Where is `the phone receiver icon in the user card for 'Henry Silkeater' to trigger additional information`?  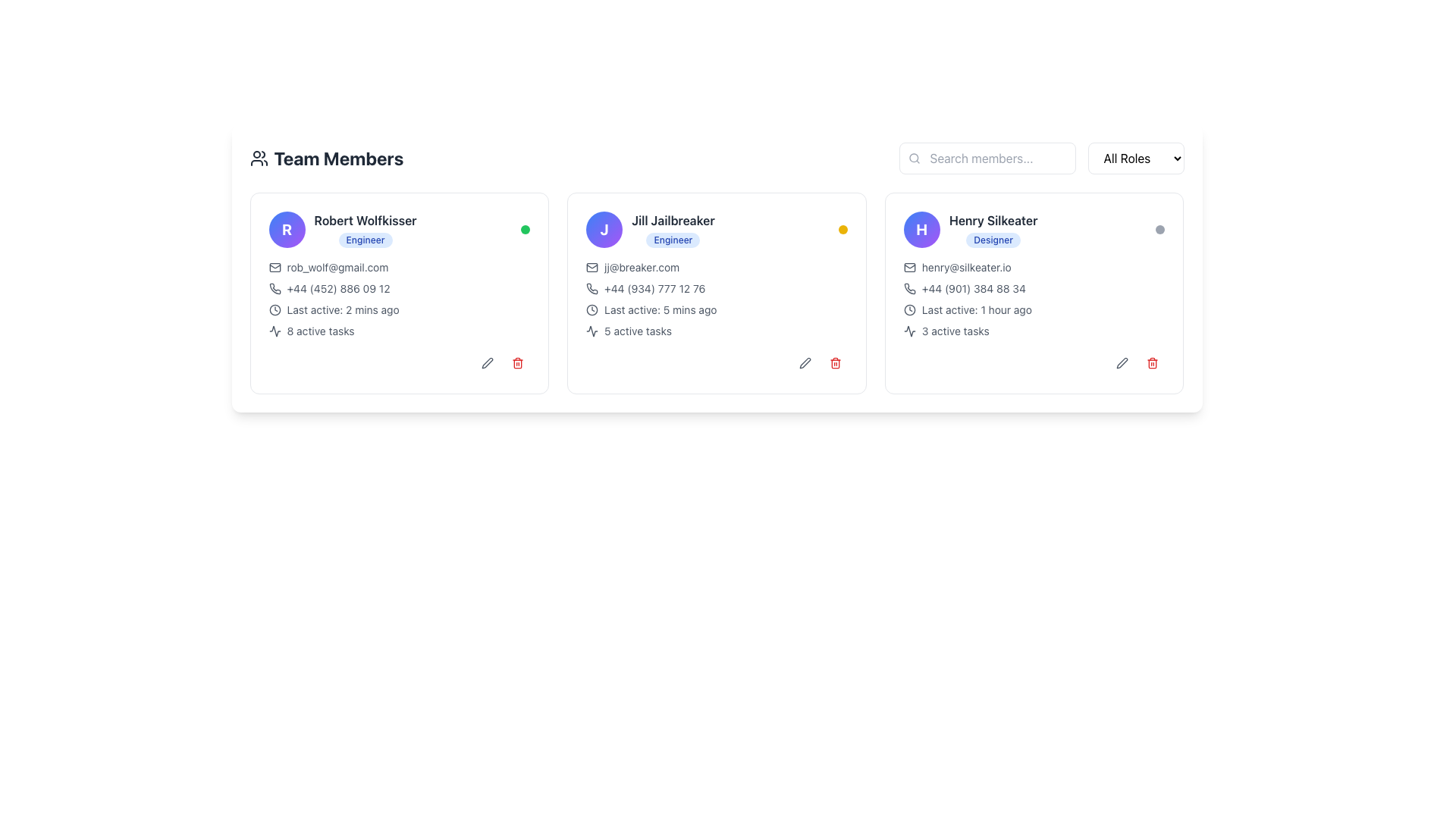
the phone receiver icon in the user card for 'Henry Silkeater' to trigger additional information is located at coordinates (909, 289).